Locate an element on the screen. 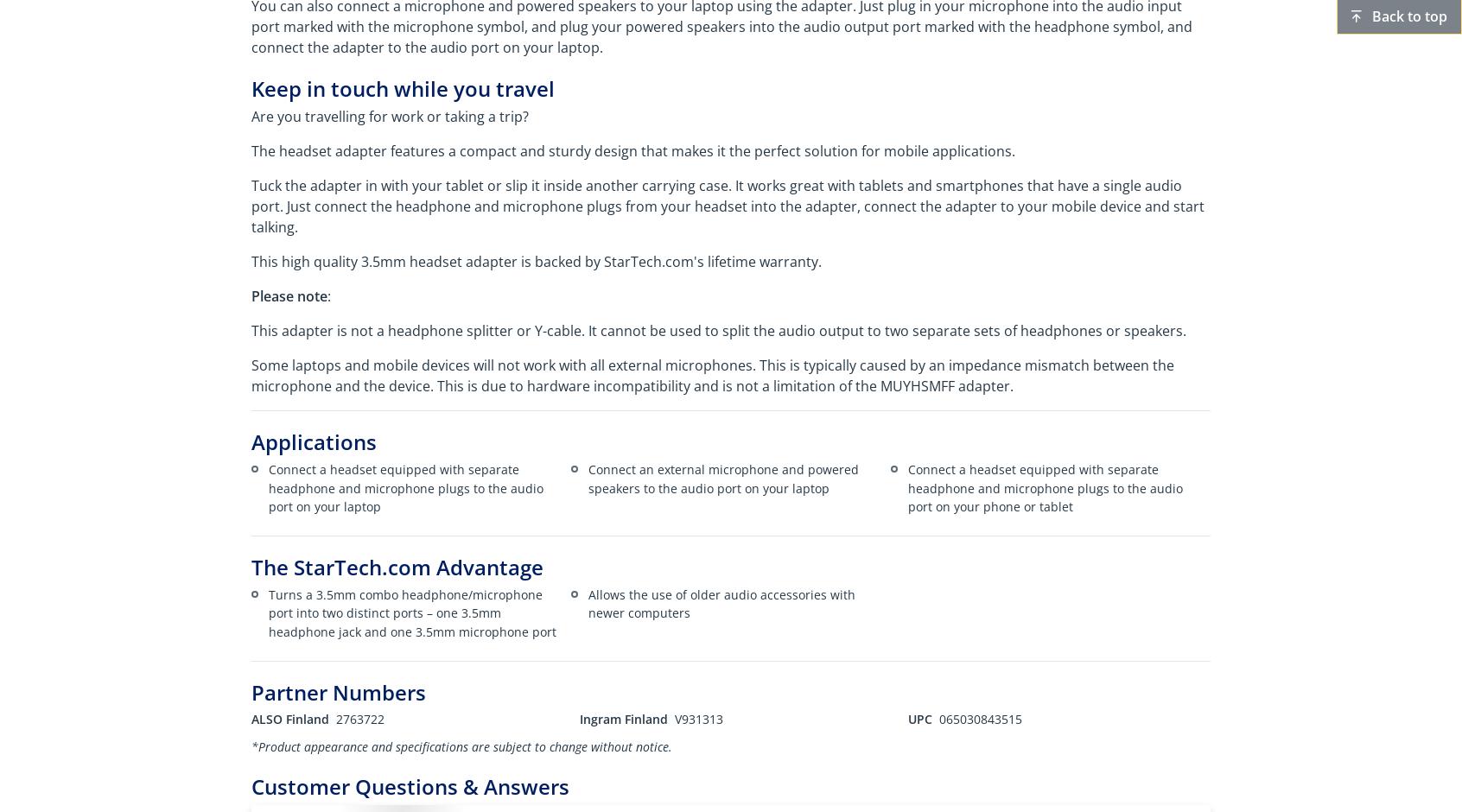 Image resolution: width=1462 pixels, height=812 pixels. 'ALSO Finland' is located at coordinates (289, 718).